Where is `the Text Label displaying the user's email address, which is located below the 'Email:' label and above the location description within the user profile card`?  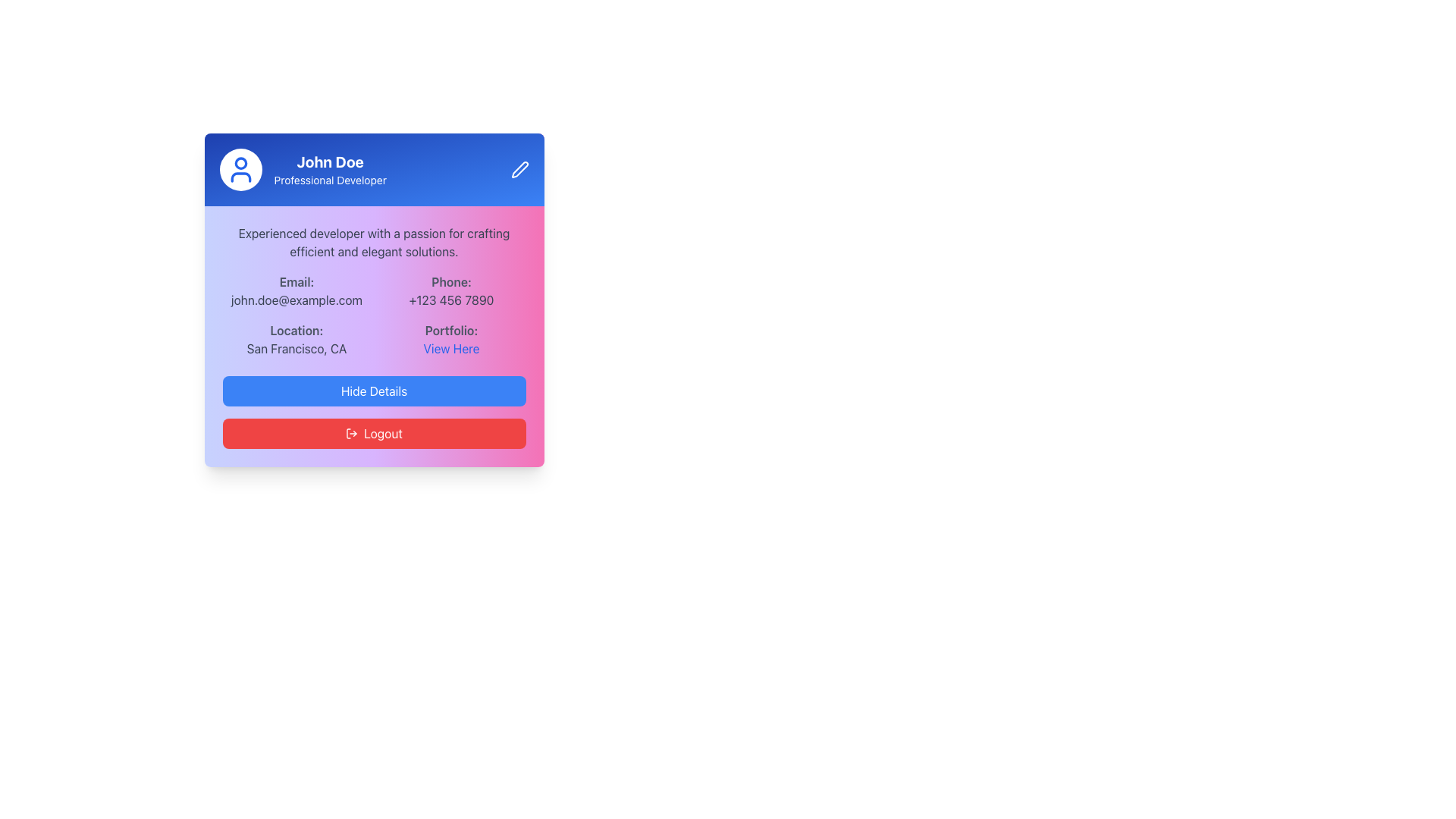
the Text Label displaying the user's email address, which is located below the 'Email:' label and above the location description within the user profile card is located at coordinates (297, 300).